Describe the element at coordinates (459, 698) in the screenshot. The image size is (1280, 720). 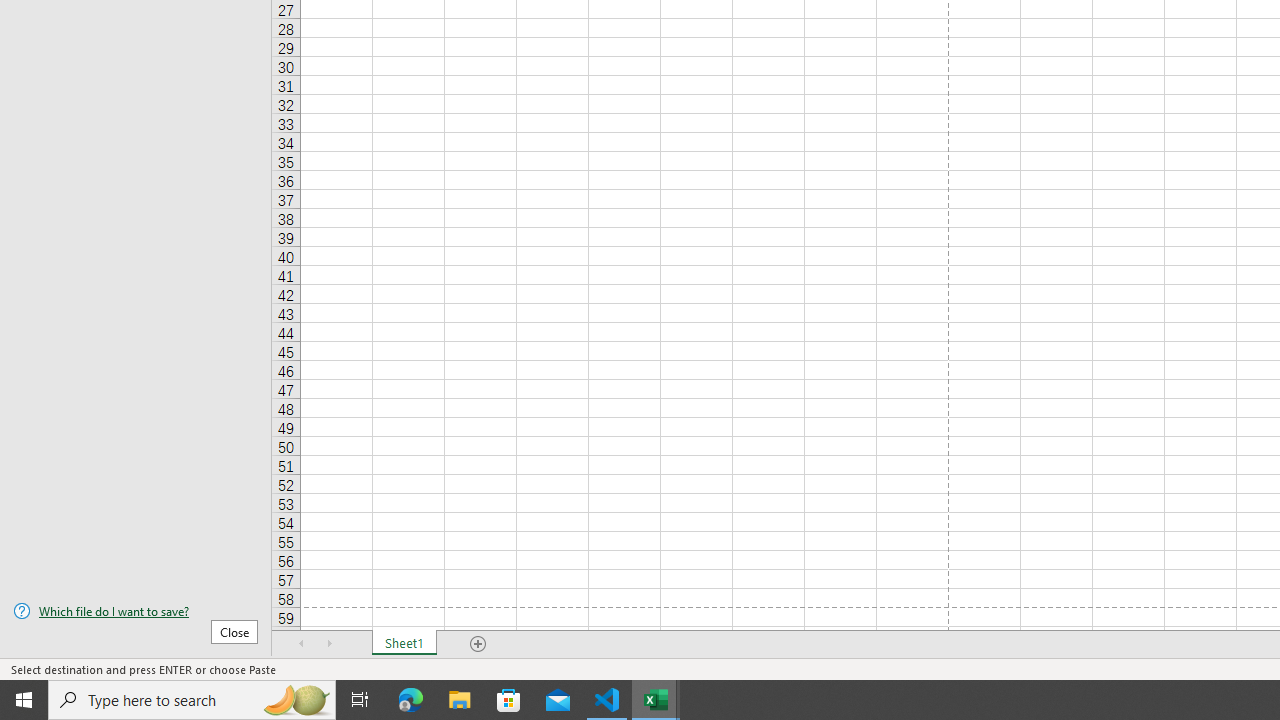
I see `'File Explorer'` at that location.